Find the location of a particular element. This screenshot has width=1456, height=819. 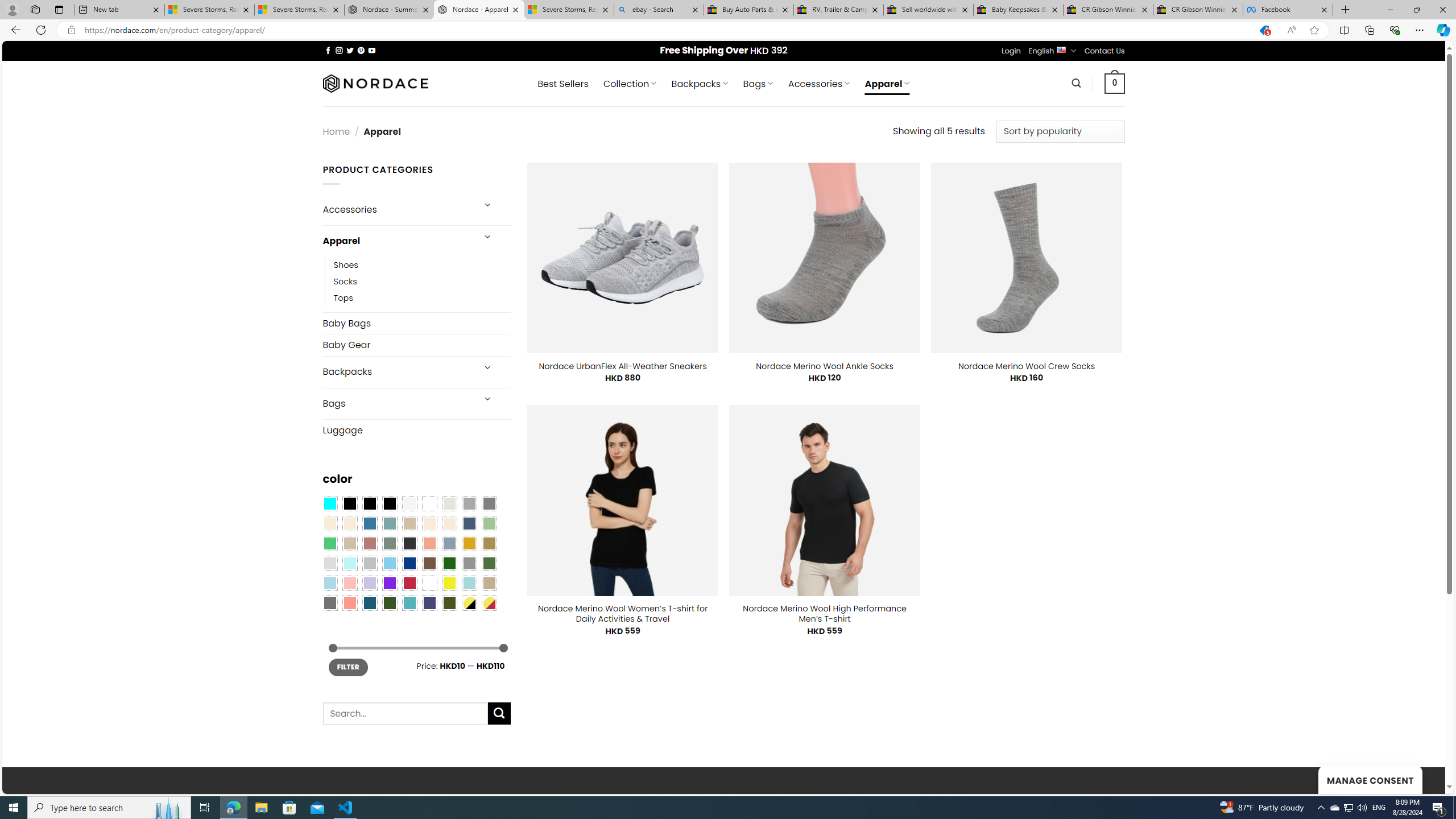

'Black' is located at coordinates (369, 503).